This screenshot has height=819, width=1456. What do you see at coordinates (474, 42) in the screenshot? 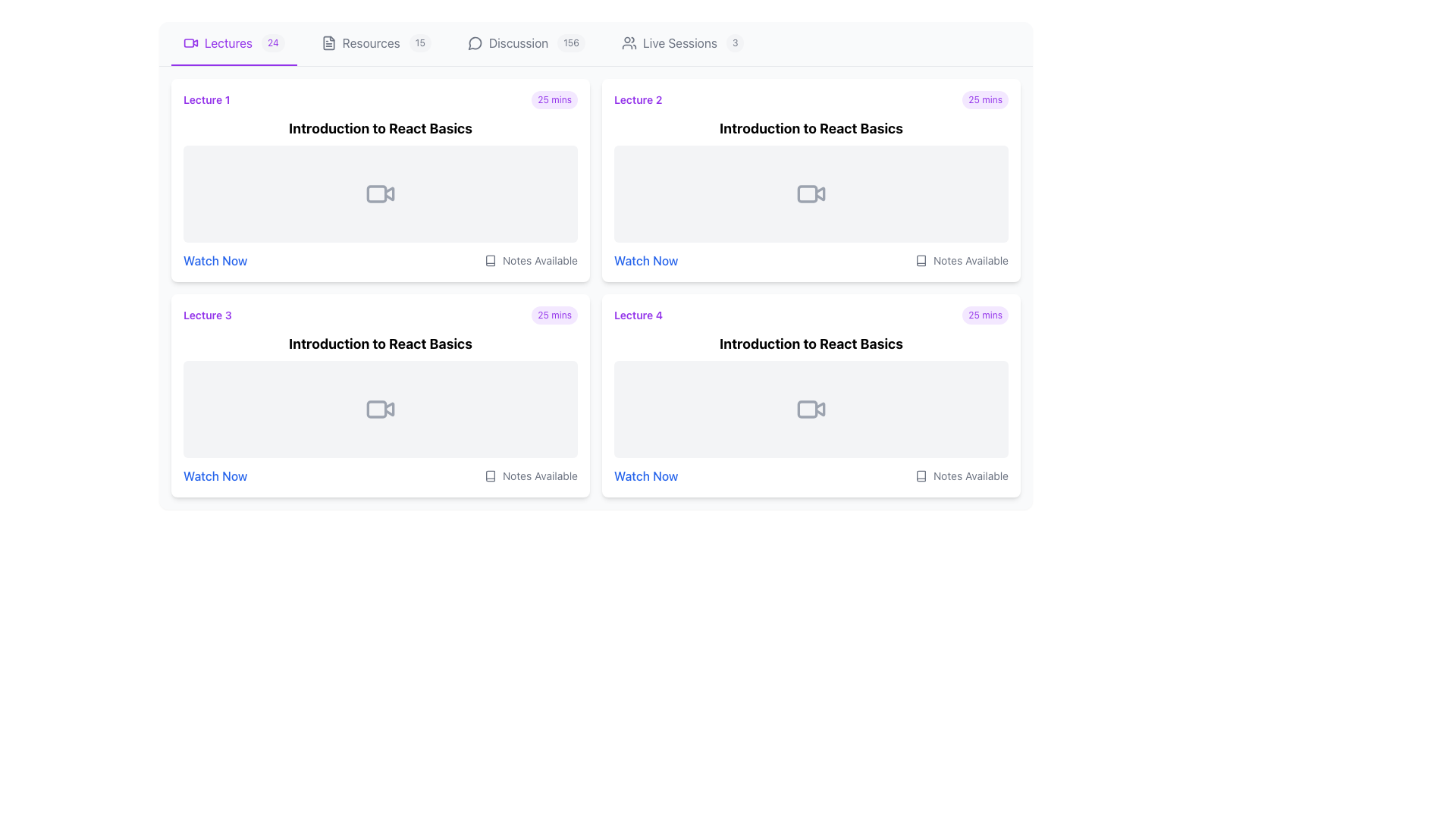
I see `the Message/Discussion icon located in the header section, positioned to the right of the 'Discussion' tab, which serves as an indicator for messages or notifications` at bounding box center [474, 42].